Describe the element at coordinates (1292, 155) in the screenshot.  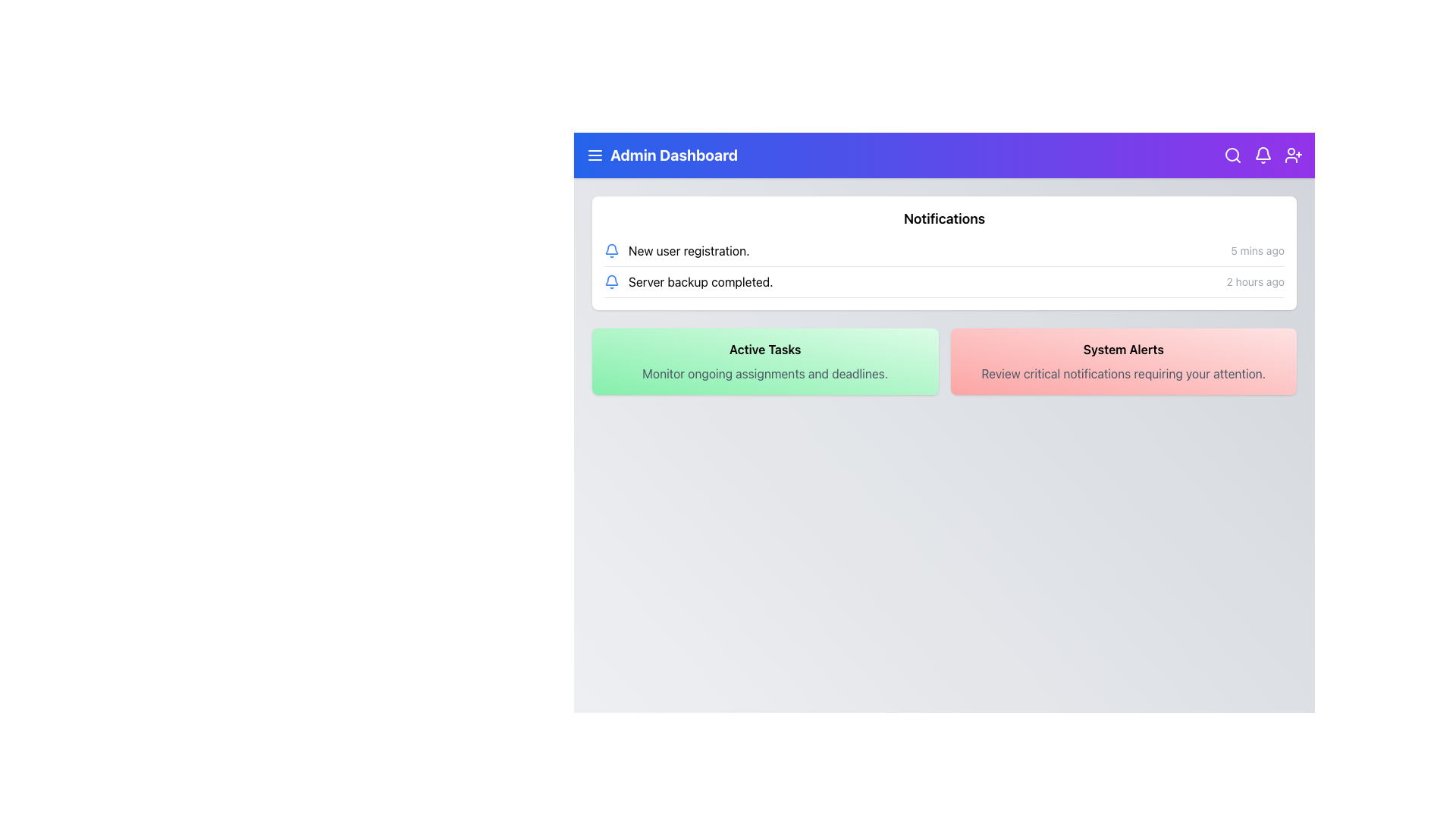
I see `the icon button located at the far right of the top navigation bar, which is the fourth icon in sequence` at that location.